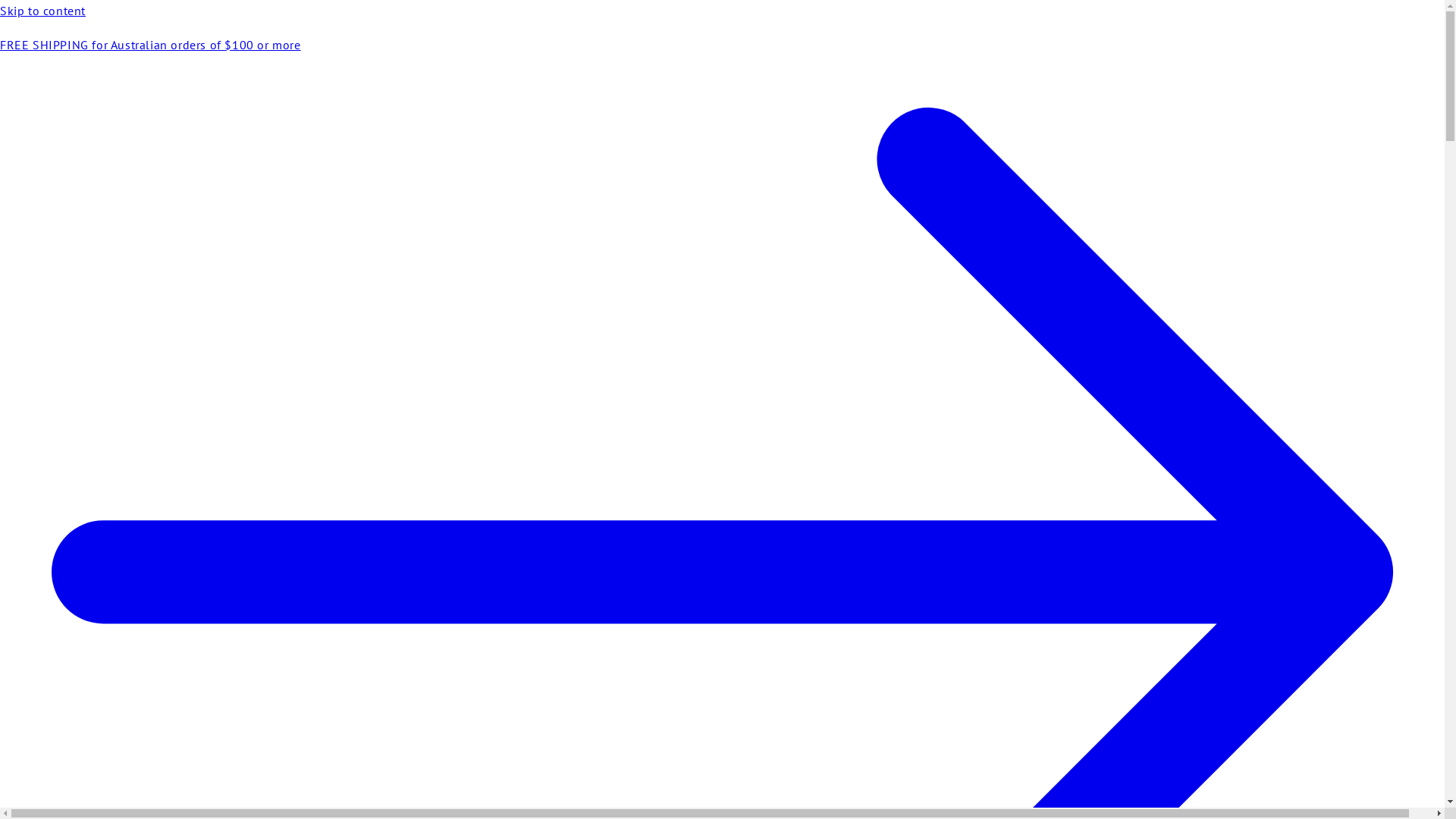 The width and height of the screenshot is (1456, 819). What do you see at coordinates (0, 11) in the screenshot?
I see `'Skip to content'` at bounding box center [0, 11].